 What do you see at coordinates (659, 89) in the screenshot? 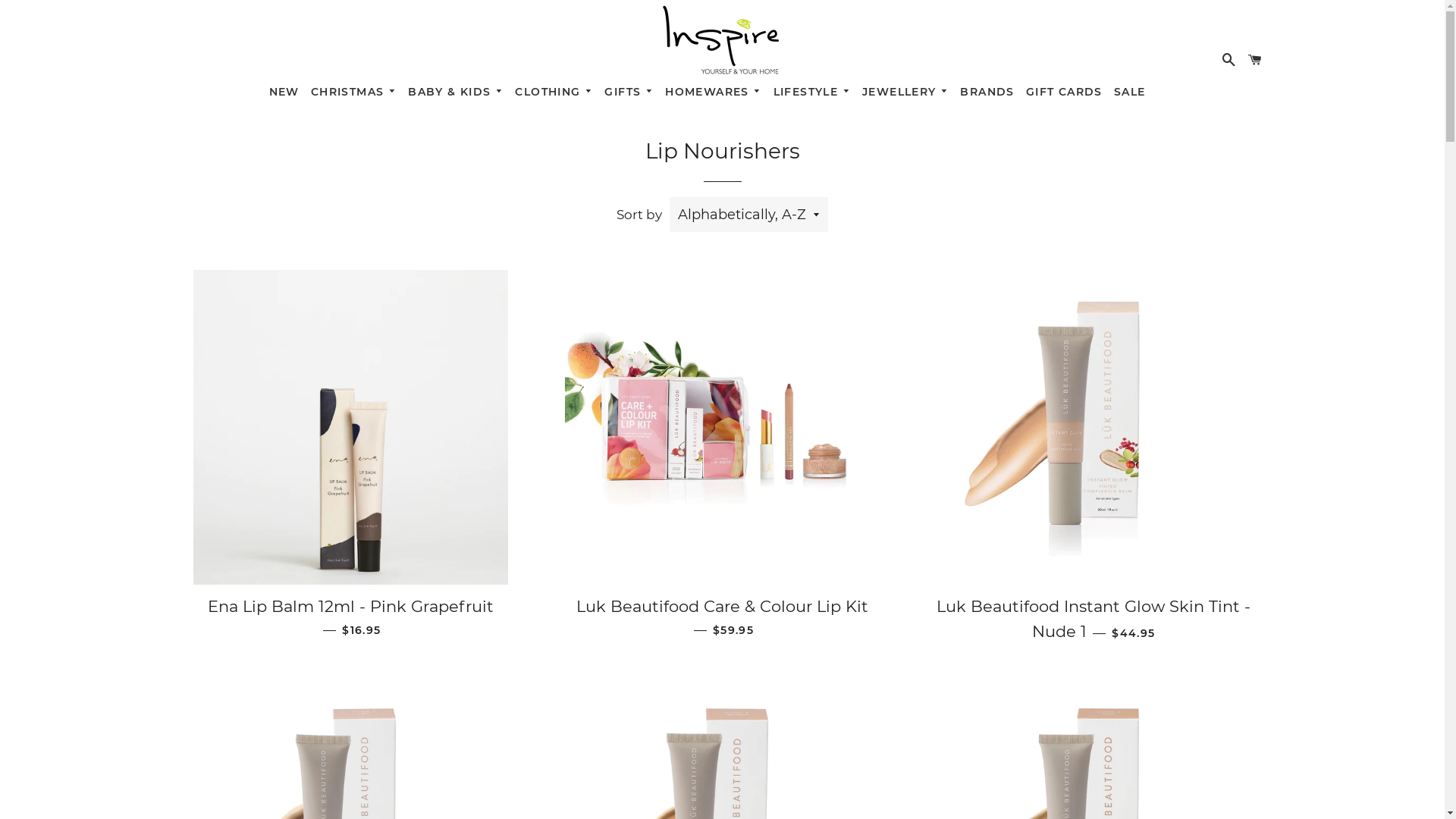
I see `'HOMEWARES'` at bounding box center [659, 89].